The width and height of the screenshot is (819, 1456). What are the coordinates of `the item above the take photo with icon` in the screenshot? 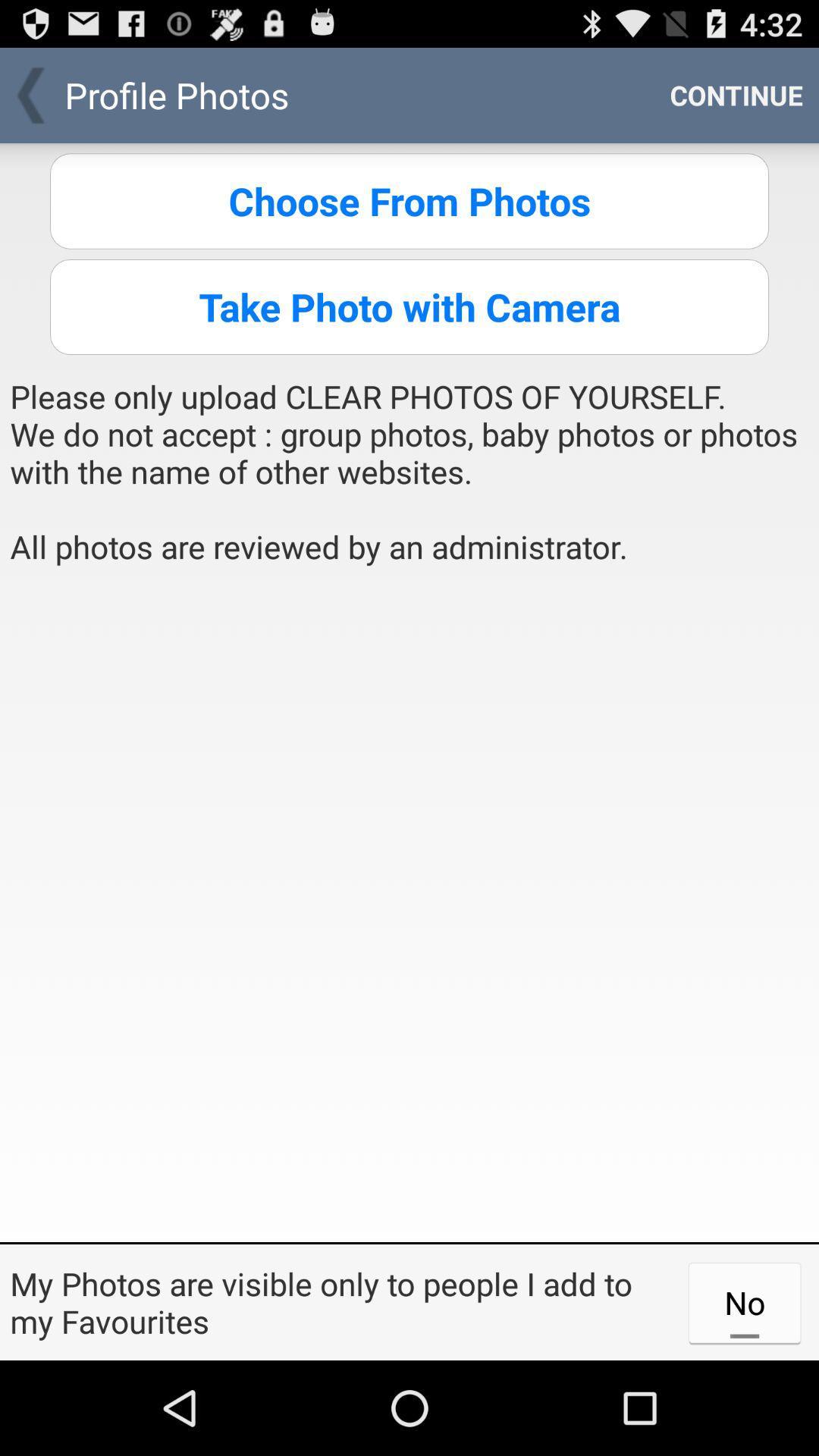 It's located at (409, 200).